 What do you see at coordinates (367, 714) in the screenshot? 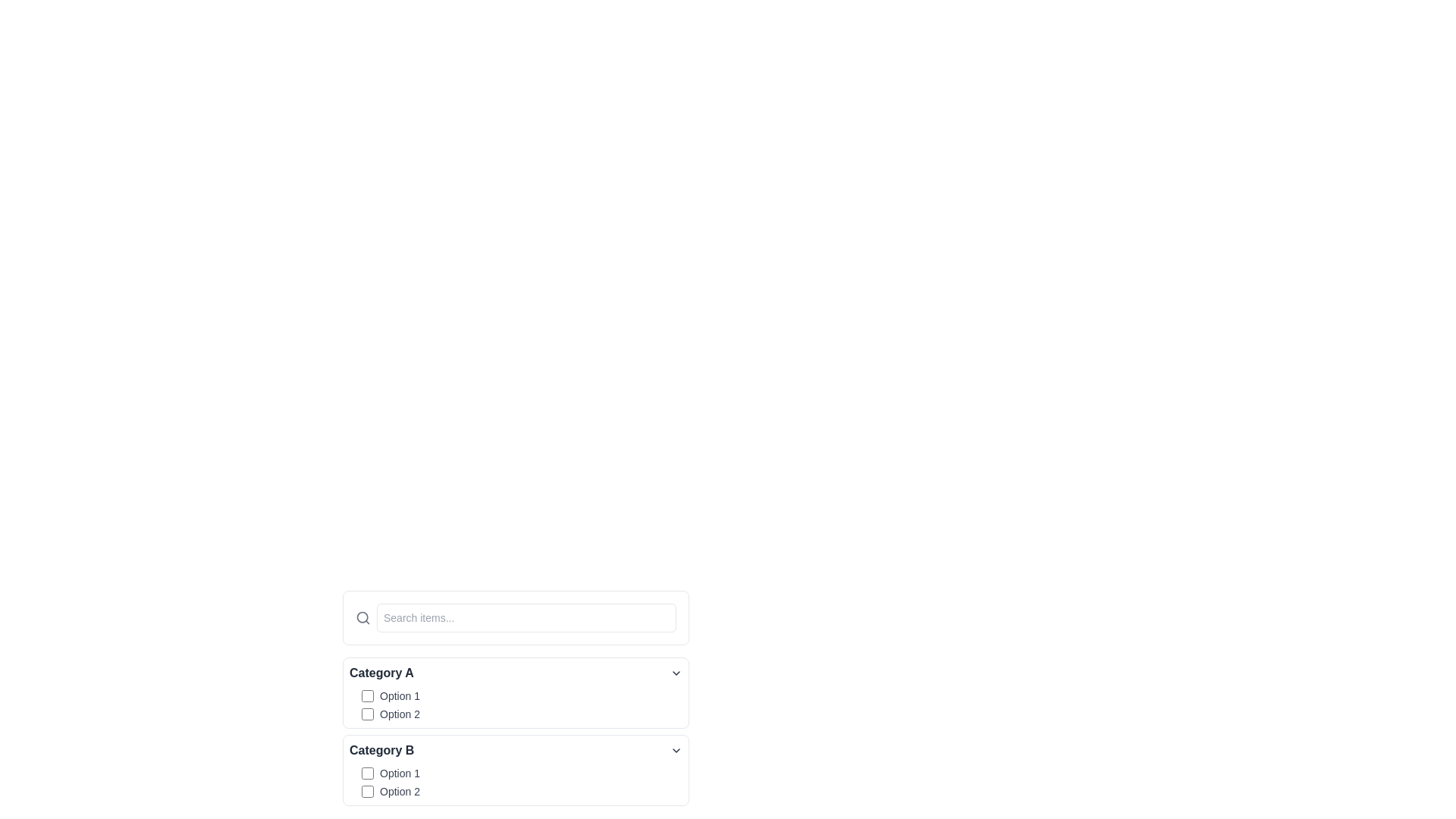
I see `the checkbox for 'Option 2' in the 'Category A' group to indicate focus` at bounding box center [367, 714].